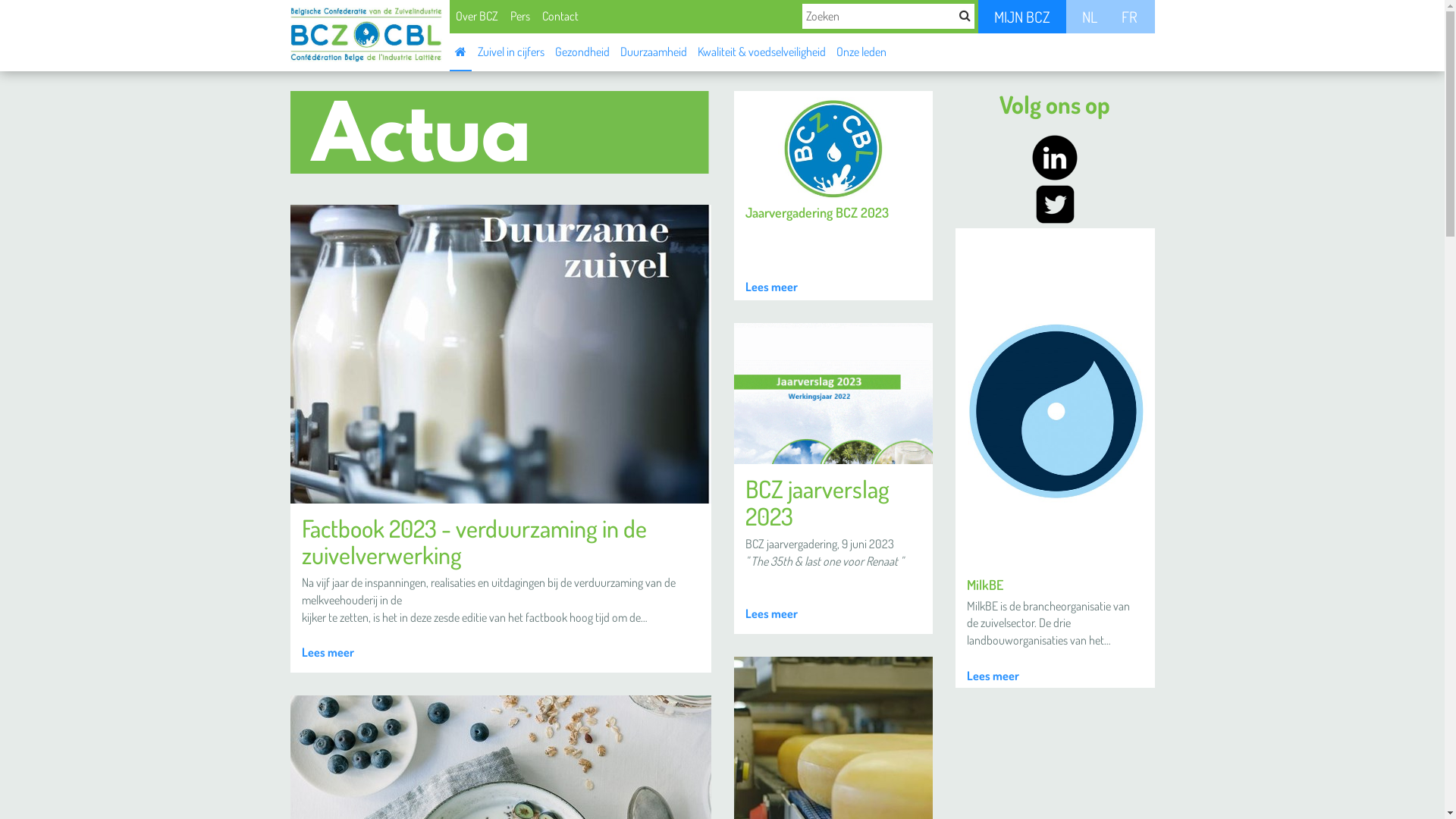  What do you see at coordinates (471, 49) in the screenshot?
I see `'Zuivel in cijfers'` at bounding box center [471, 49].